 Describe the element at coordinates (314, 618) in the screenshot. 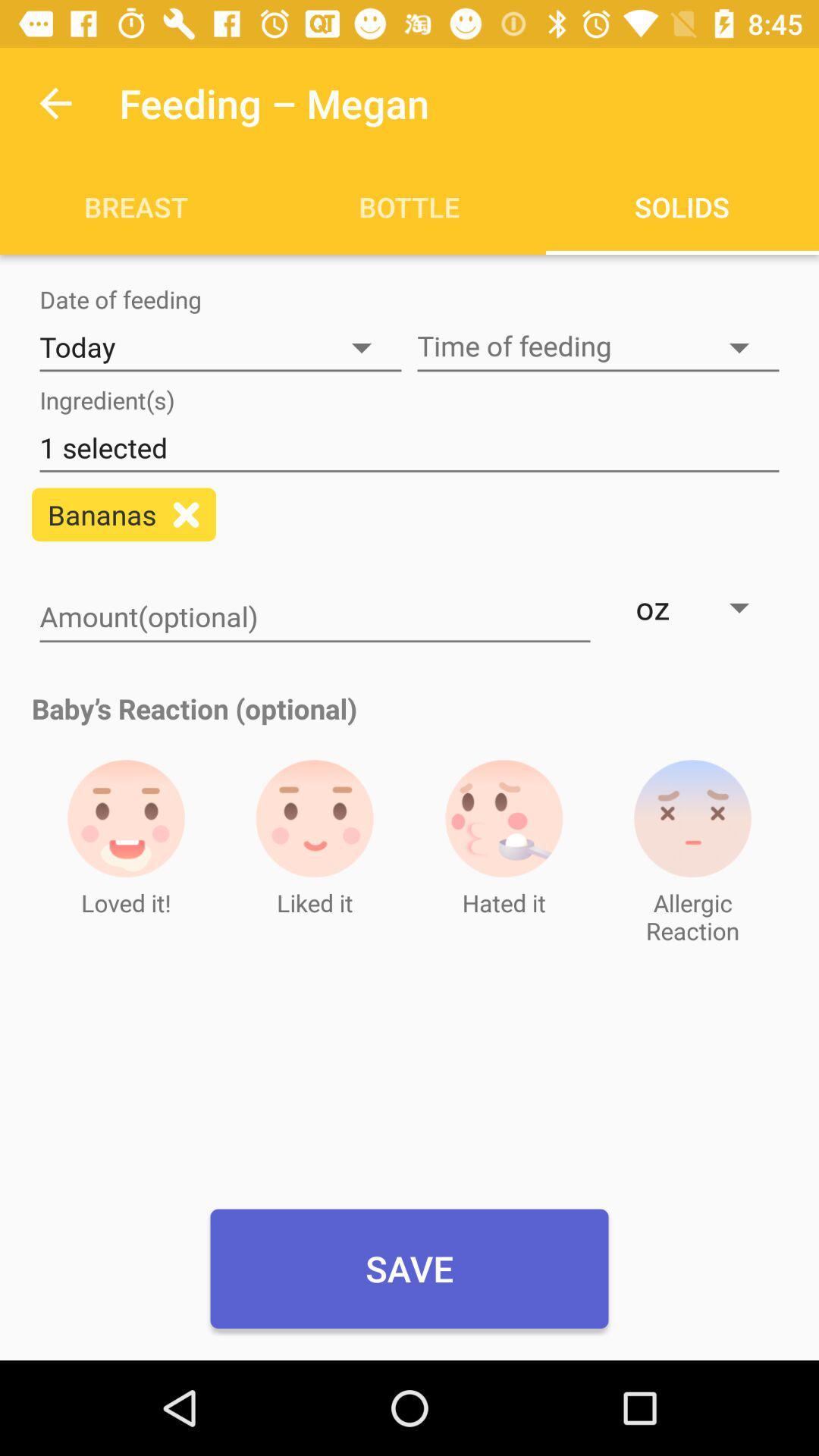

I see `amount optional` at that location.